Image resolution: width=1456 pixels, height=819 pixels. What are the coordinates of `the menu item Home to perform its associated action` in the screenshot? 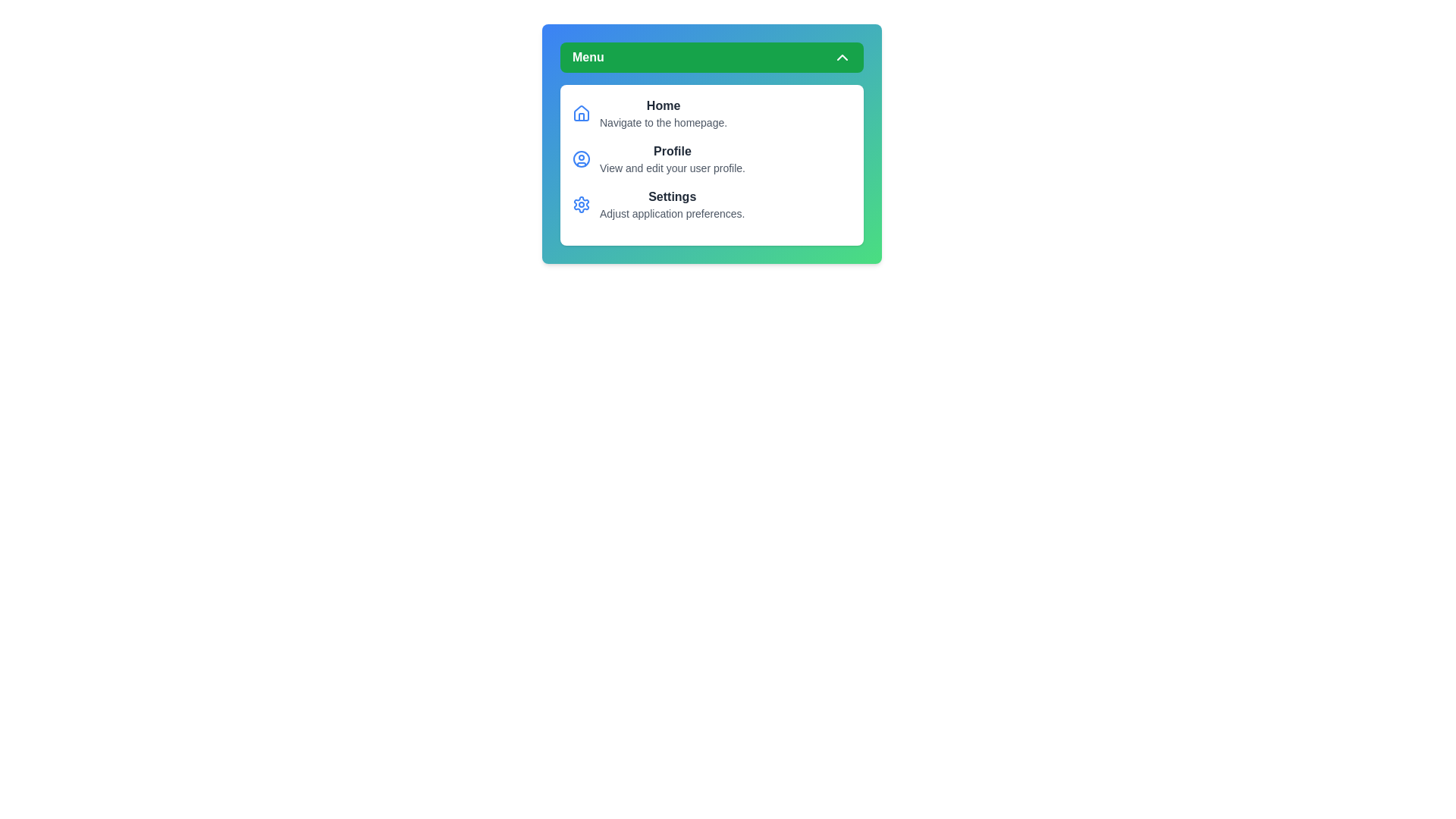 It's located at (663, 113).